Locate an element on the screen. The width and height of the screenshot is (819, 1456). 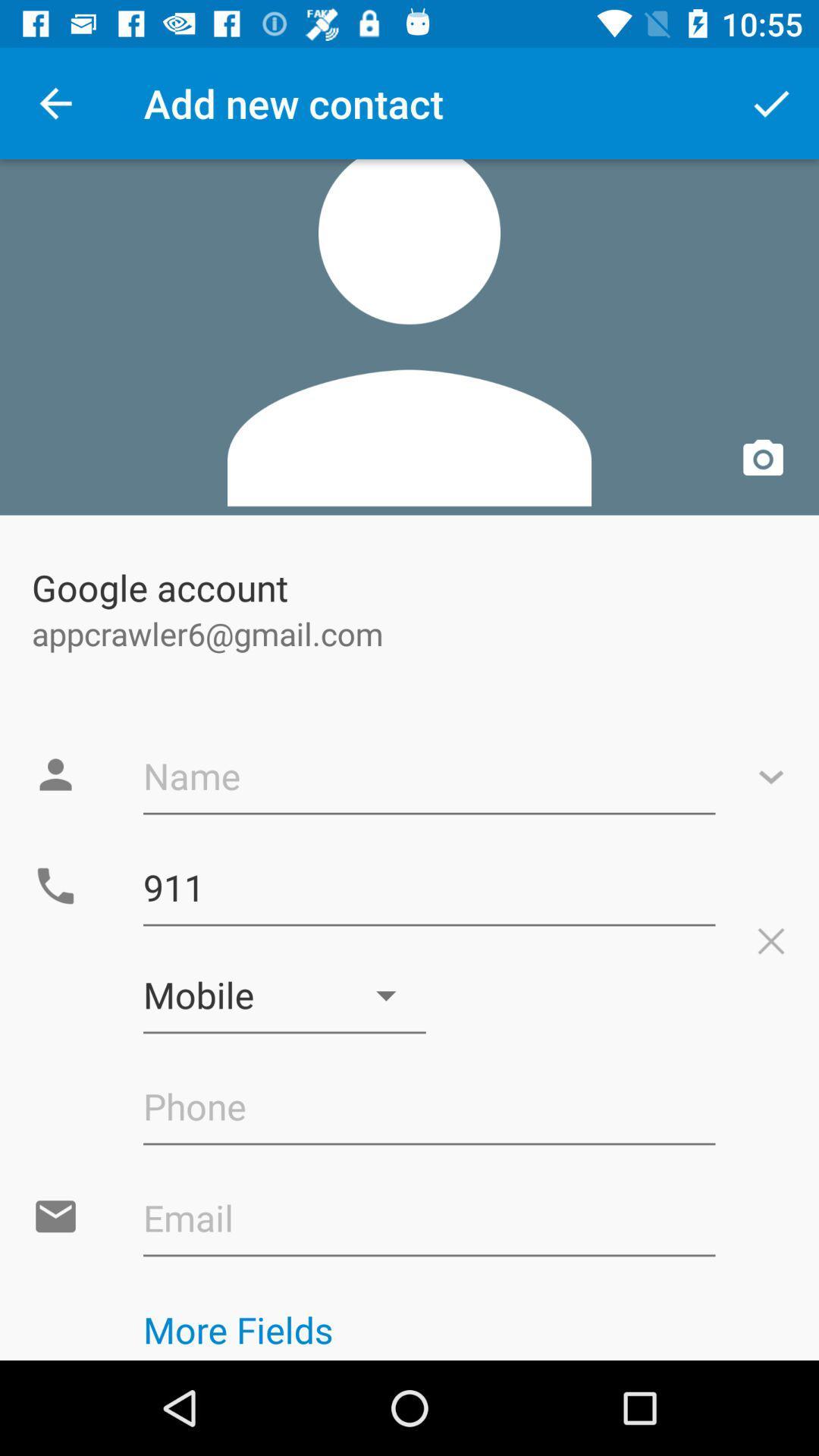
the camera icon at top right corner of image is located at coordinates (763, 459).